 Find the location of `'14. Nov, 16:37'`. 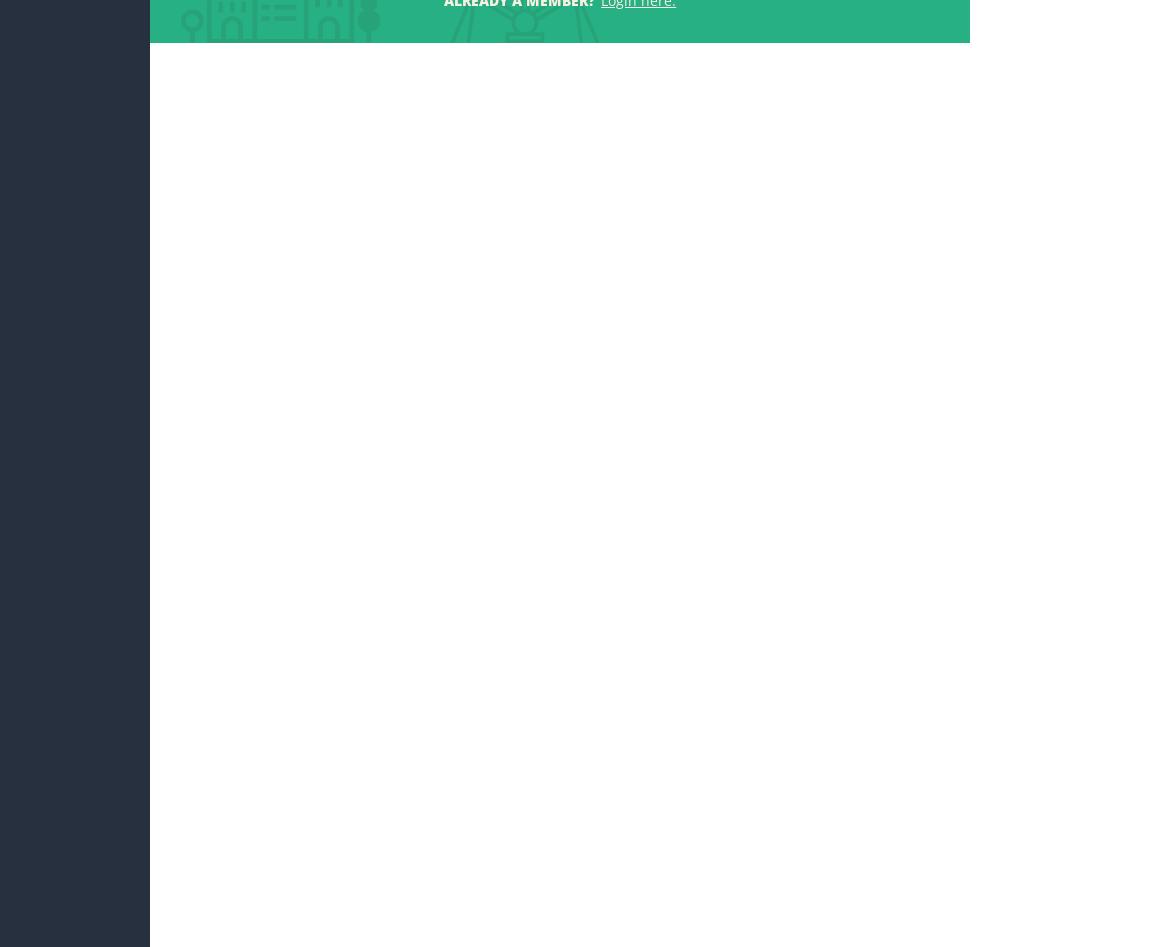

'14. Nov, 16:37' is located at coordinates (799, 424).